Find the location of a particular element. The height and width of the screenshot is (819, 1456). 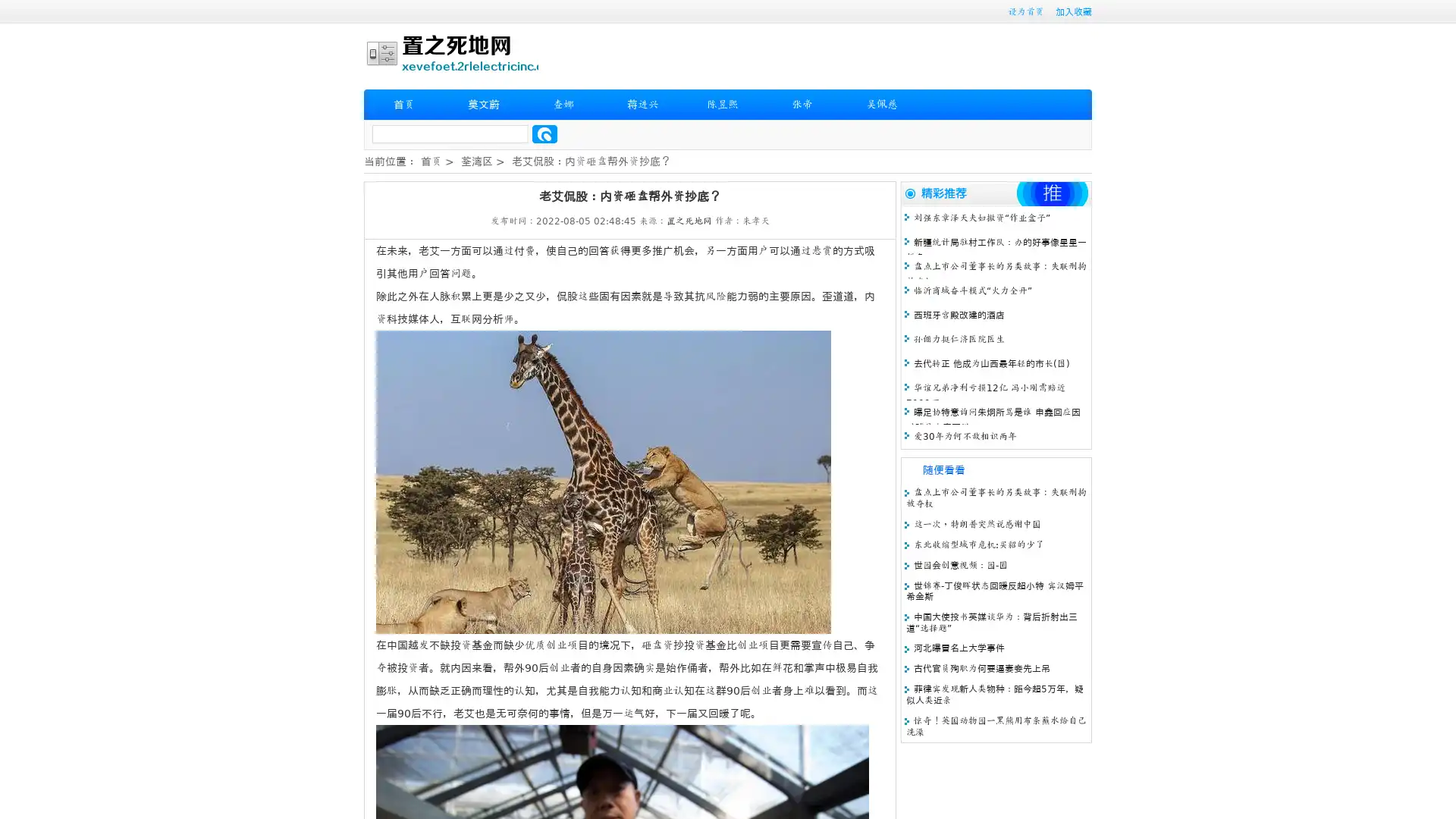

Search is located at coordinates (544, 133).